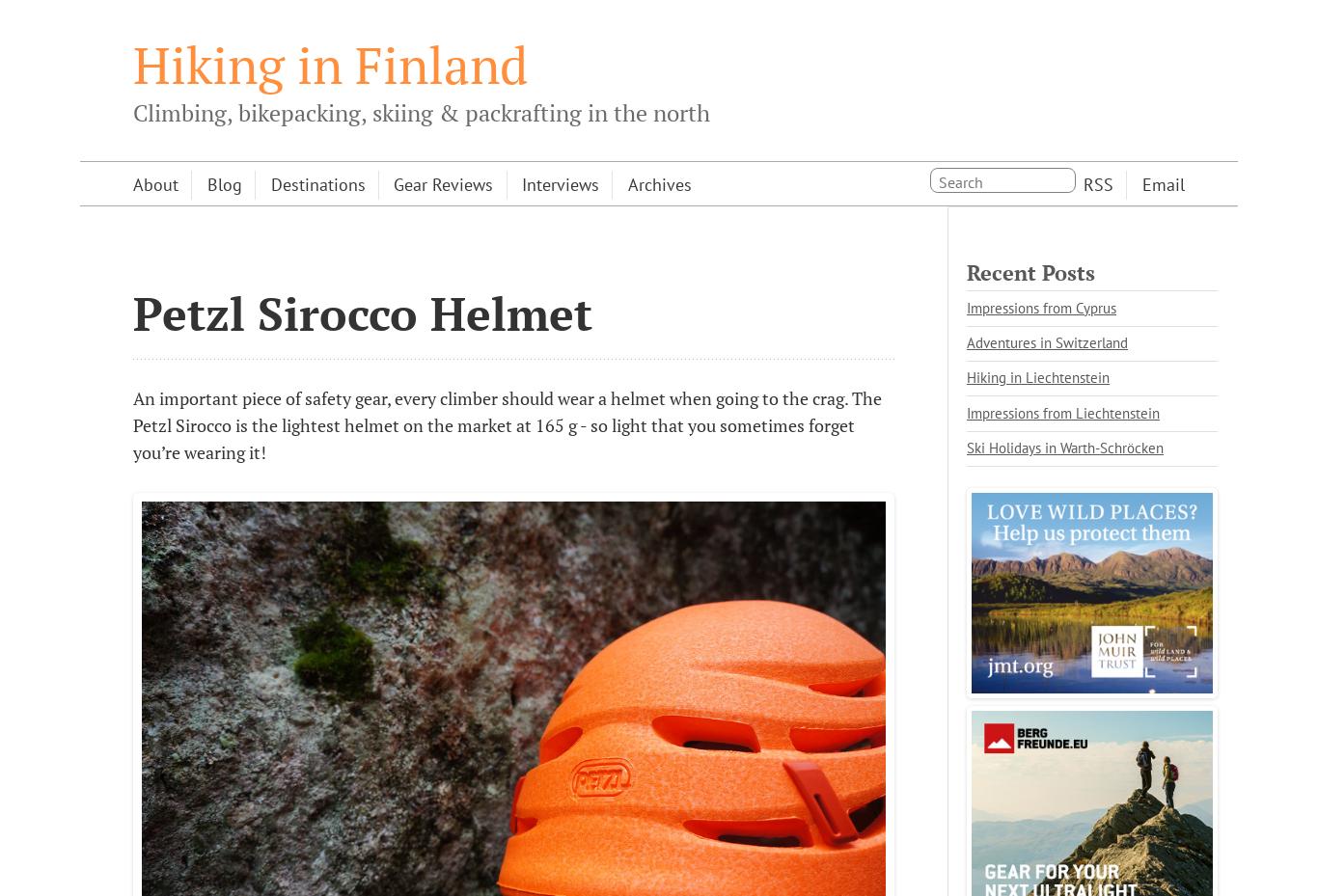 The width and height of the screenshot is (1318, 896). What do you see at coordinates (443, 183) in the screenshot?
I see `'Gear Reviews'` at bounding box center [443, 183].